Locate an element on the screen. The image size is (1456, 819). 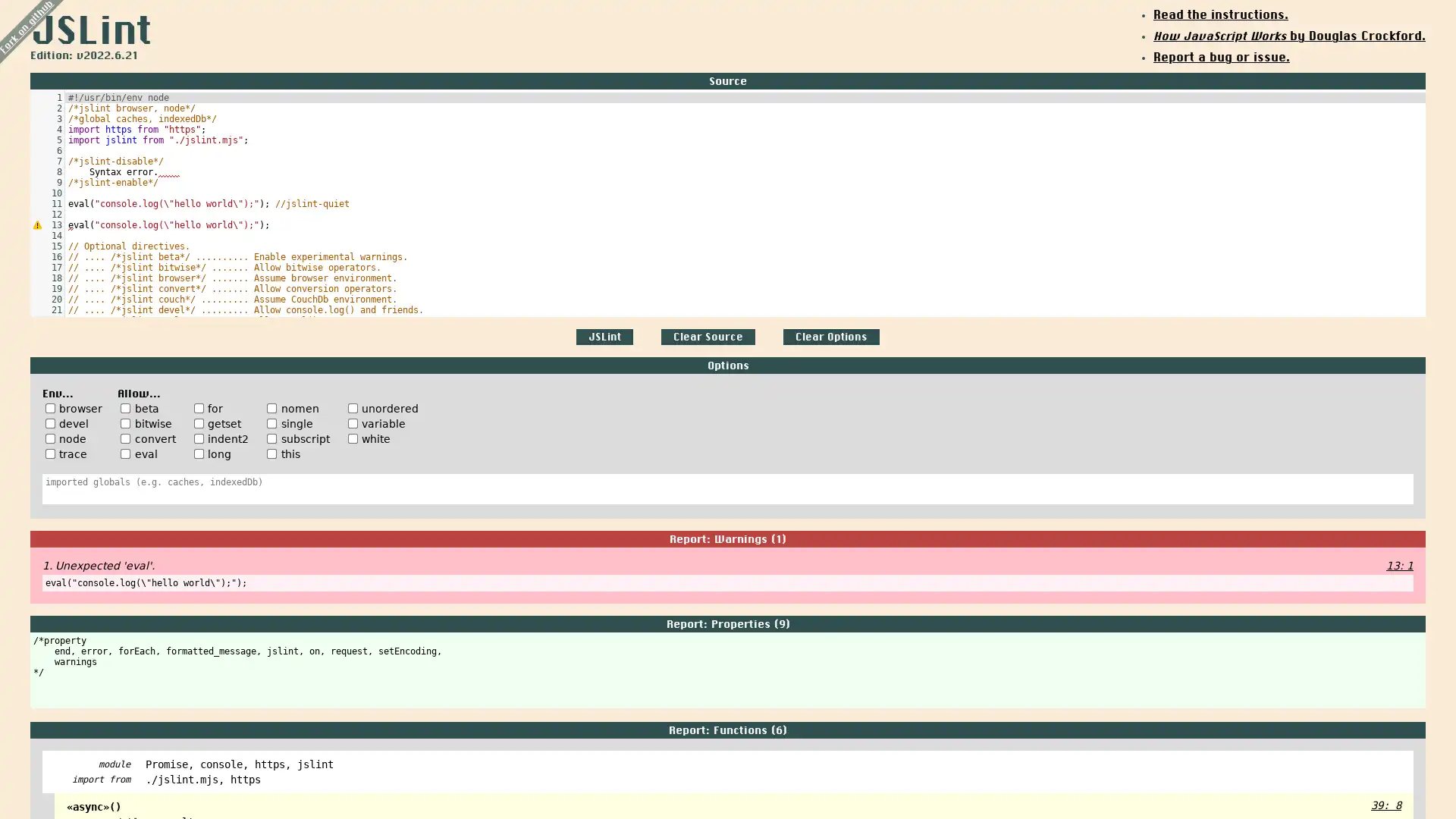
Clear Options is located at coordinates (830, 336).